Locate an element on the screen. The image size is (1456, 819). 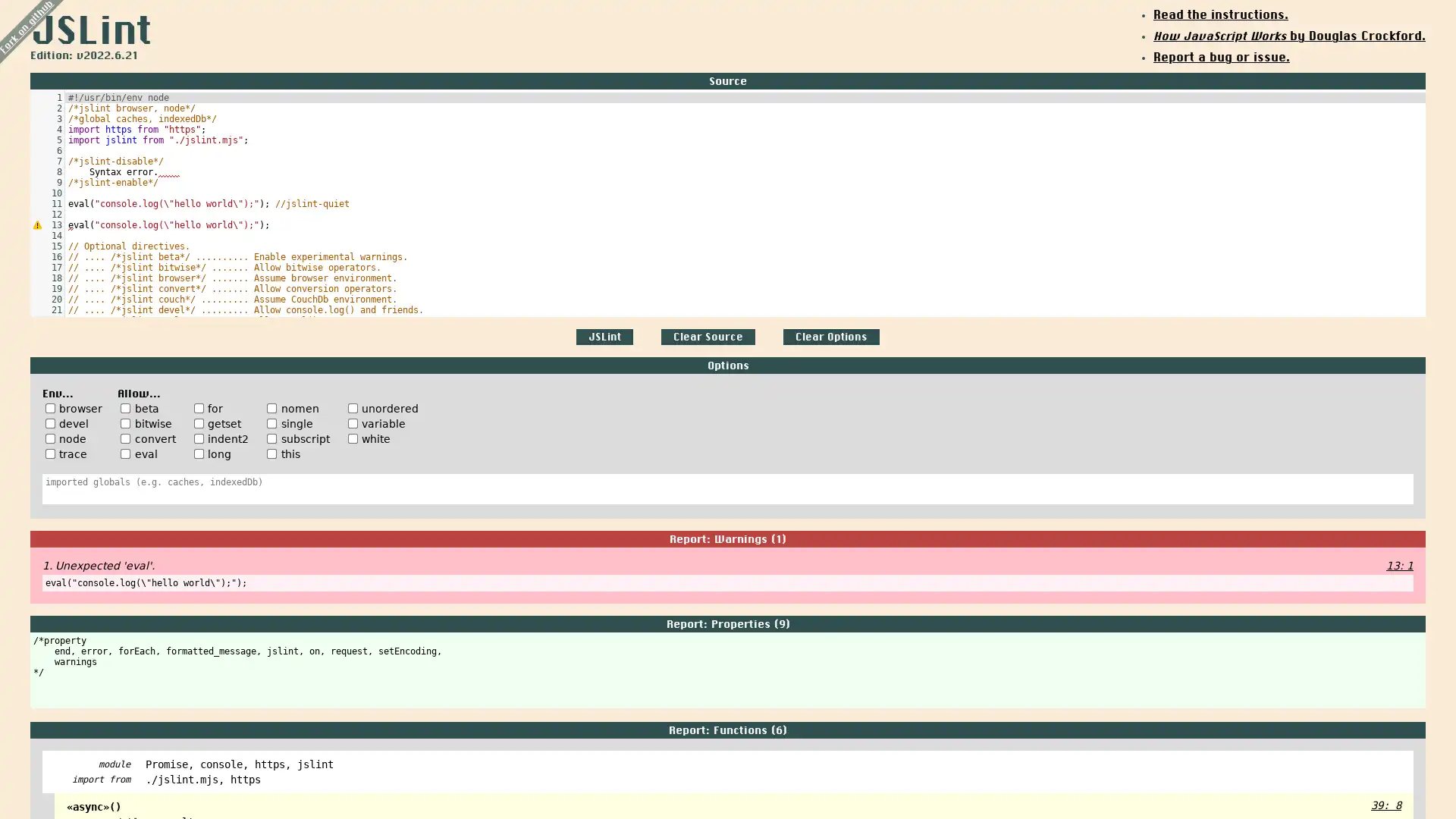
Clear Options is located at coordinates (830, 336).